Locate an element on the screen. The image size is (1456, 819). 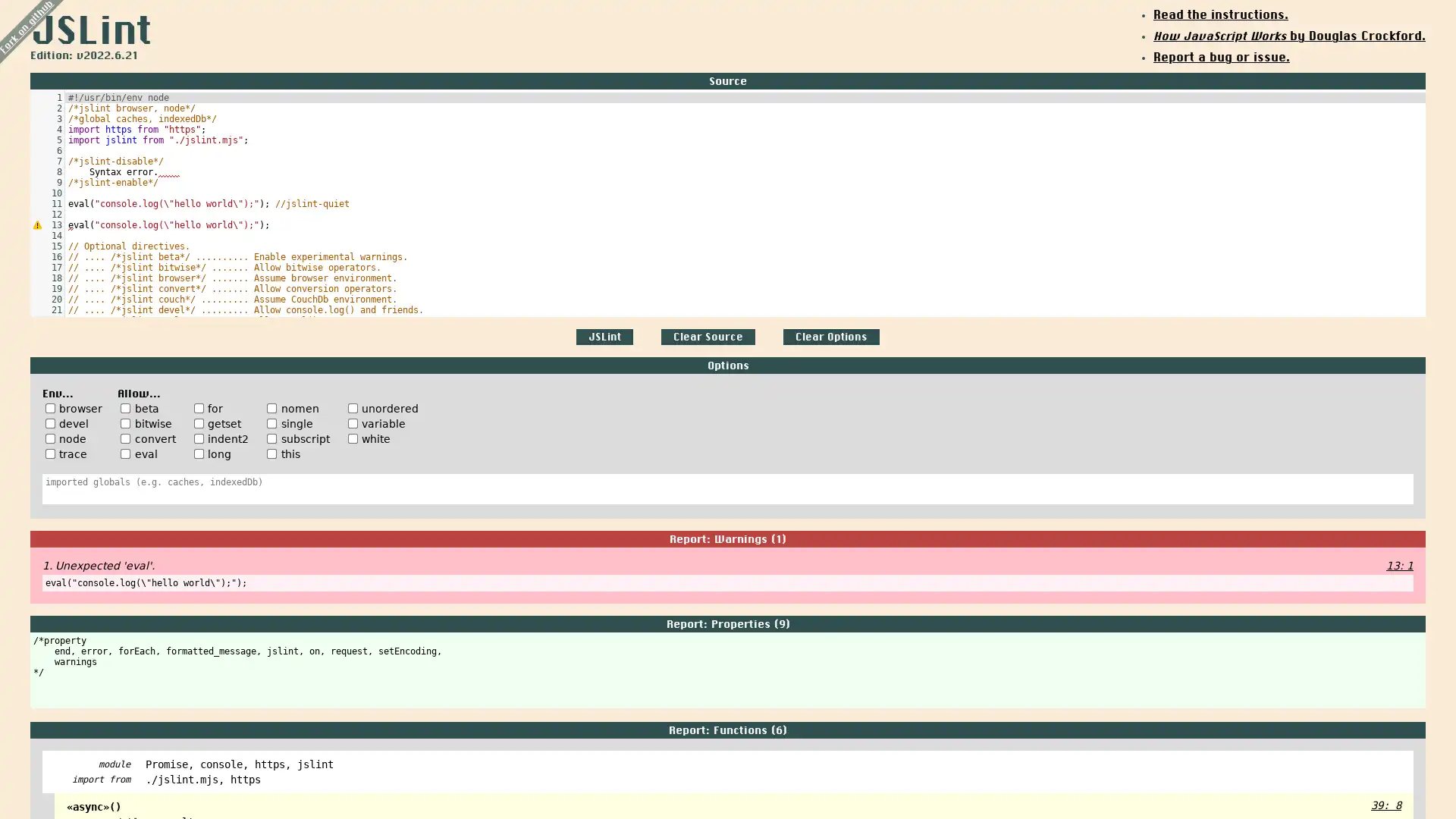
Clear Options is located at coordinates (830, 336).